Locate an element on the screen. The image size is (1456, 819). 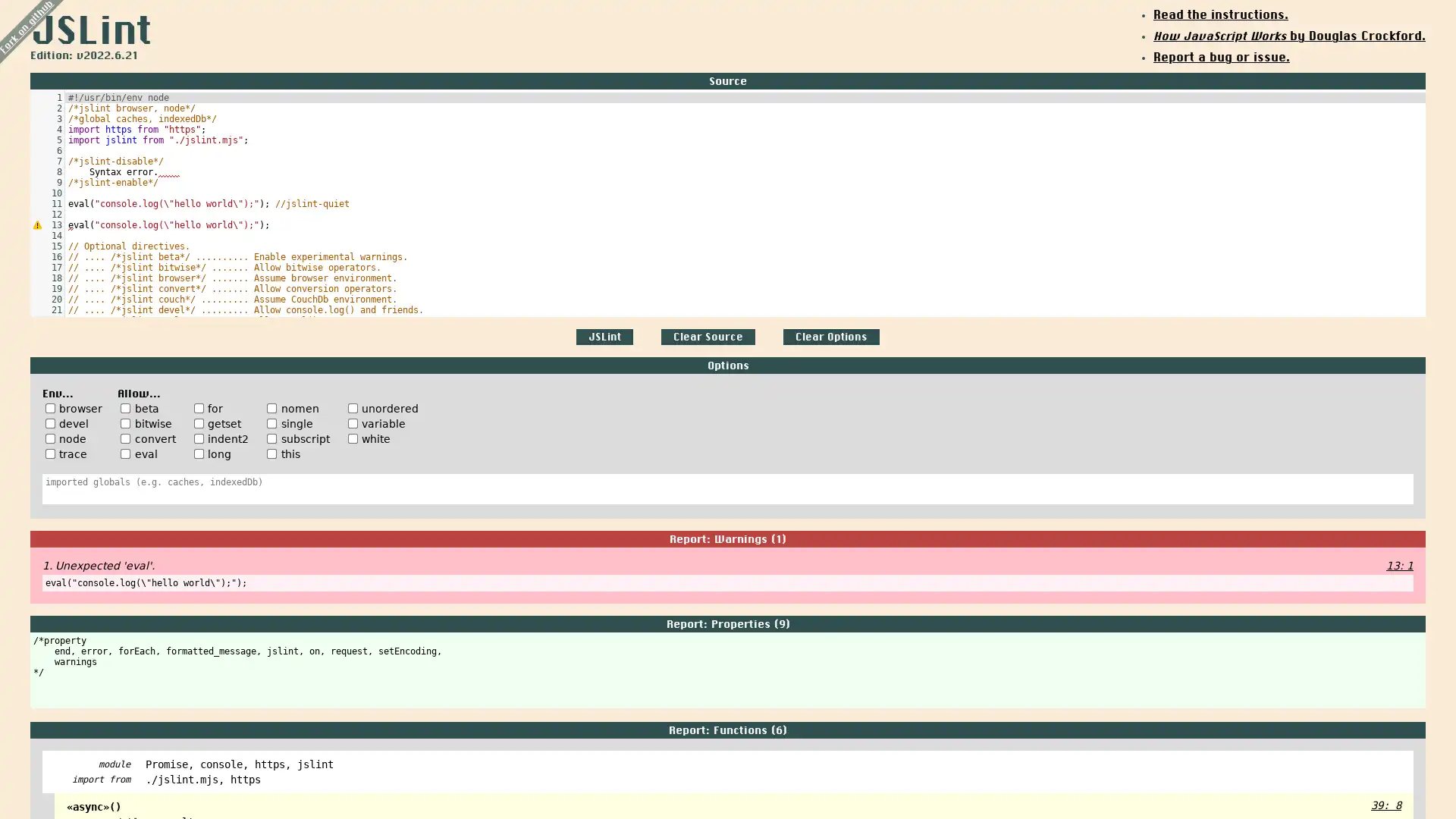
Clear Options is located at coordinates (830, 336).